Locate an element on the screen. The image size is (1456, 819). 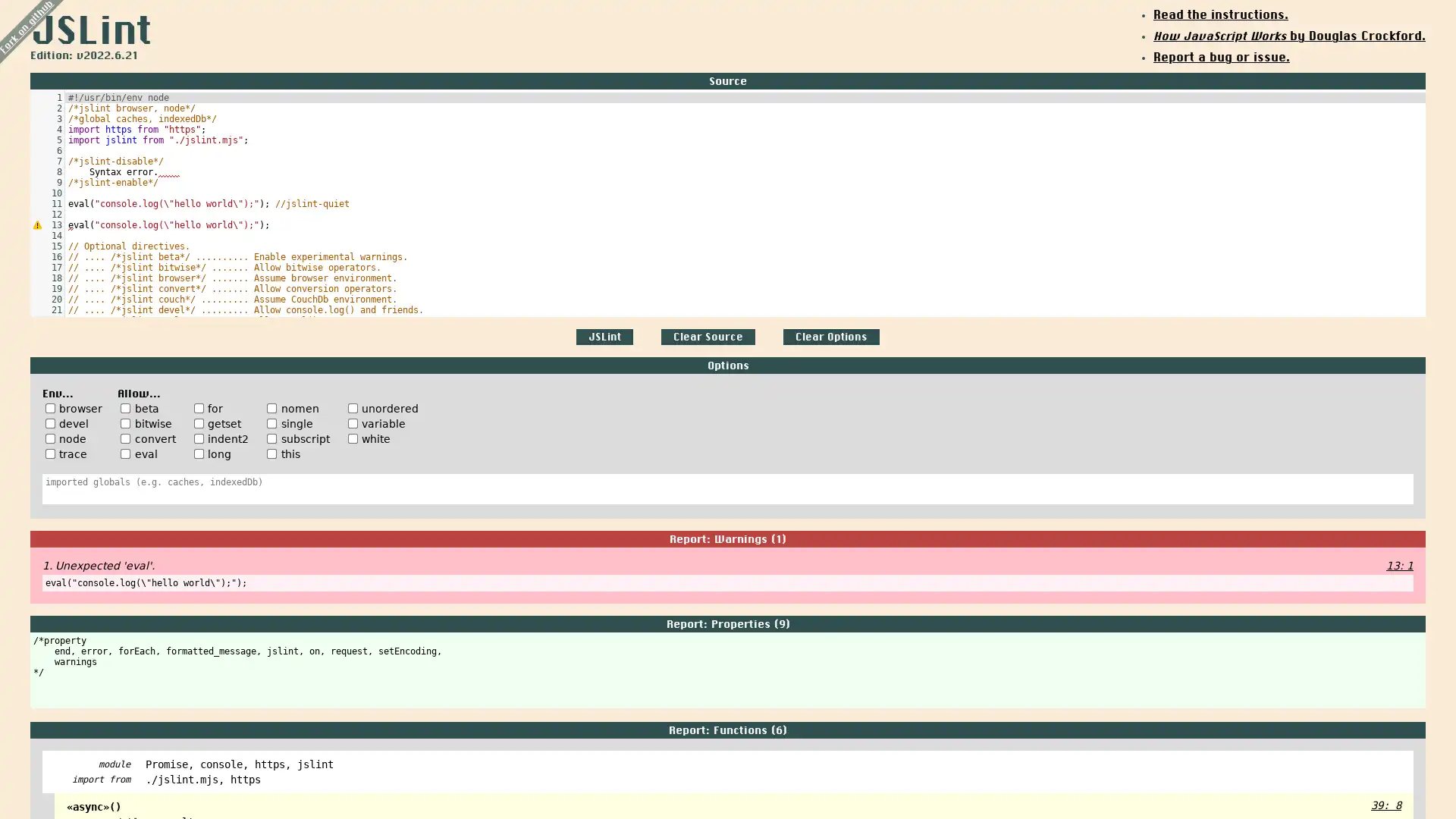
Clear Options is located at coordinates (830, 336).